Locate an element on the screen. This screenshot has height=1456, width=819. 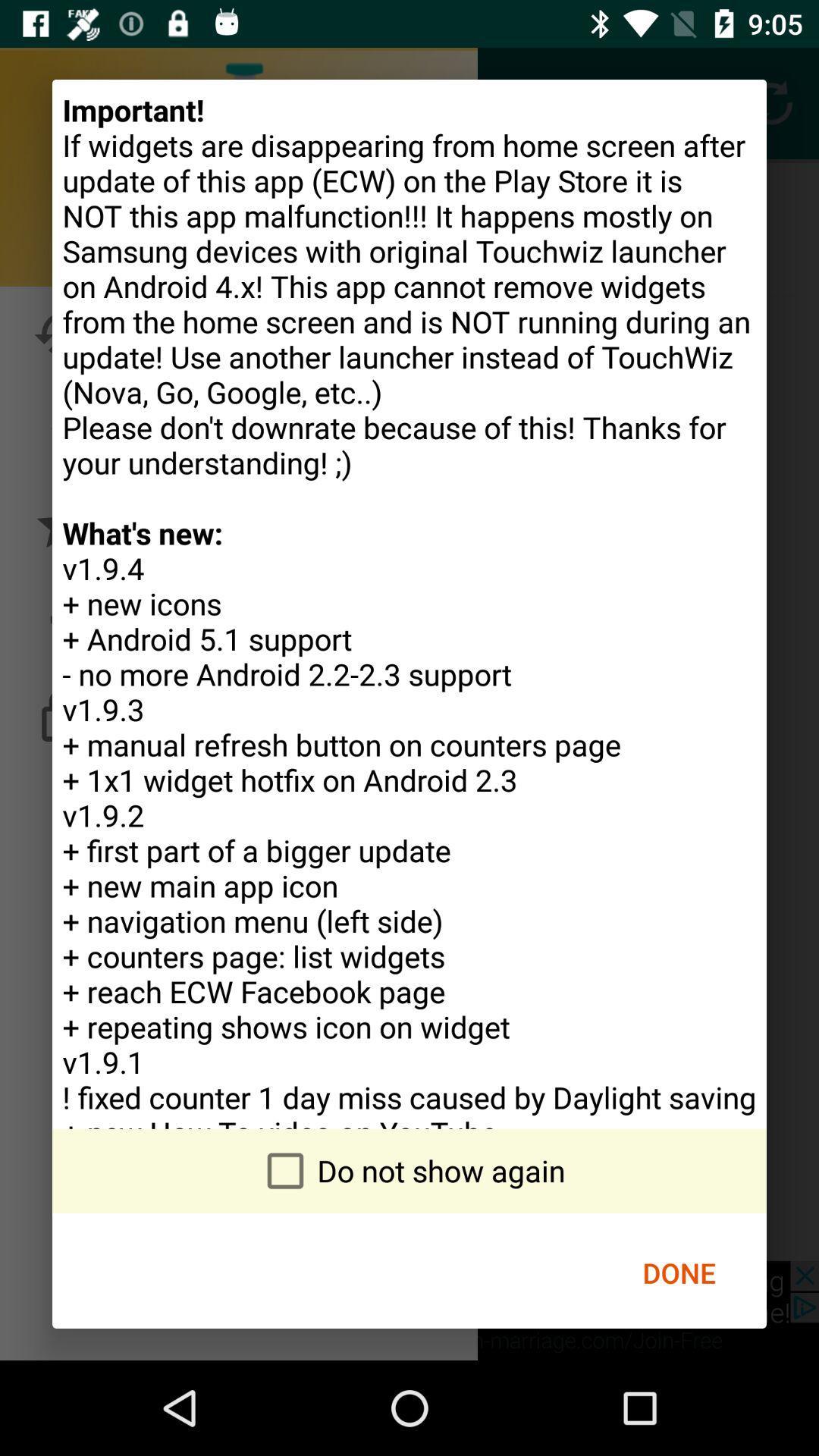
the item below the important if widgets item is located at coordinates (678, 1272).